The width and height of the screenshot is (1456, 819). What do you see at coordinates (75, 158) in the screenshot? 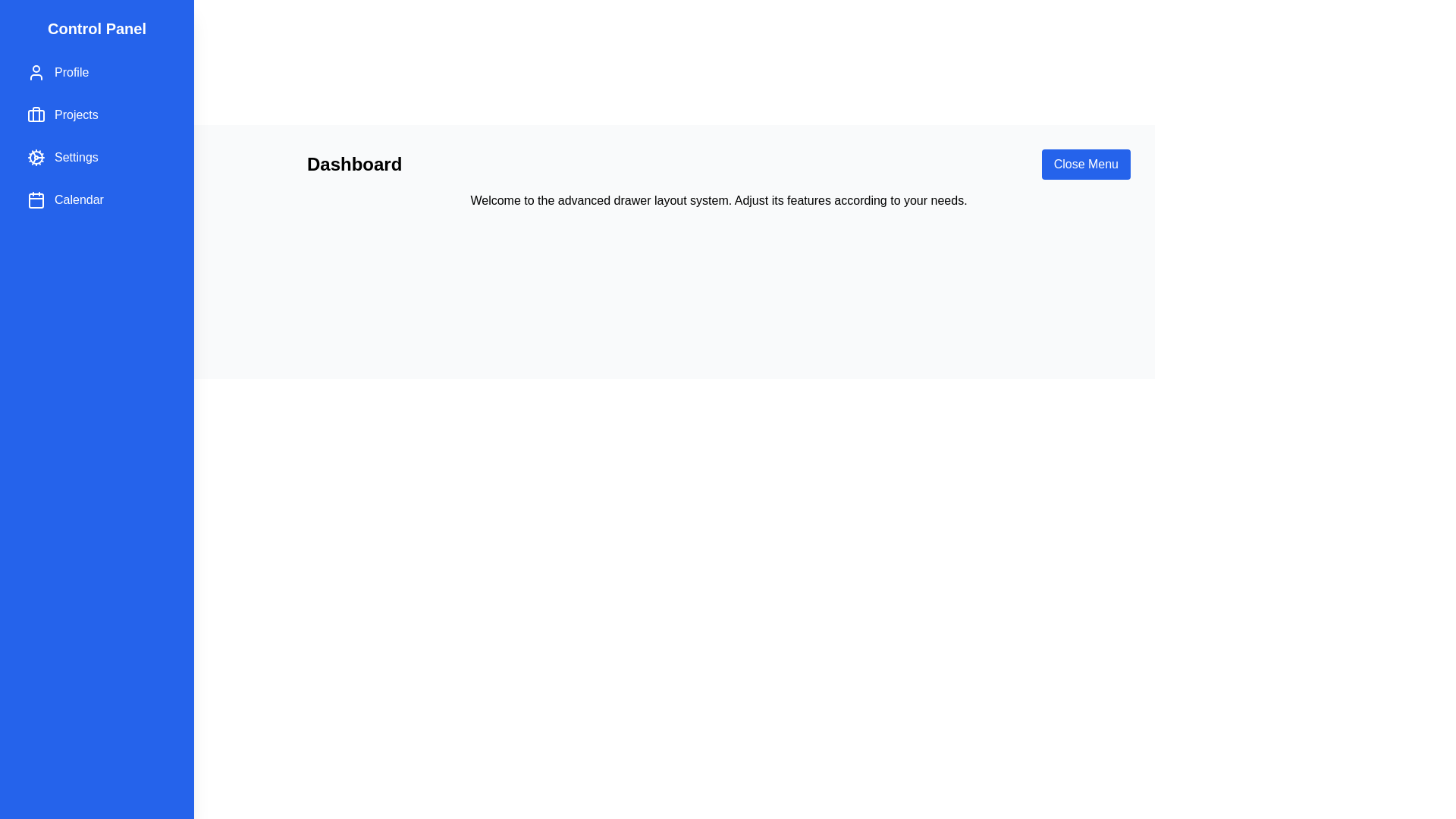
I see `the 'Settings' text label in the menu button located in the left vertical navigation bar` at bounding box center [75, 158].